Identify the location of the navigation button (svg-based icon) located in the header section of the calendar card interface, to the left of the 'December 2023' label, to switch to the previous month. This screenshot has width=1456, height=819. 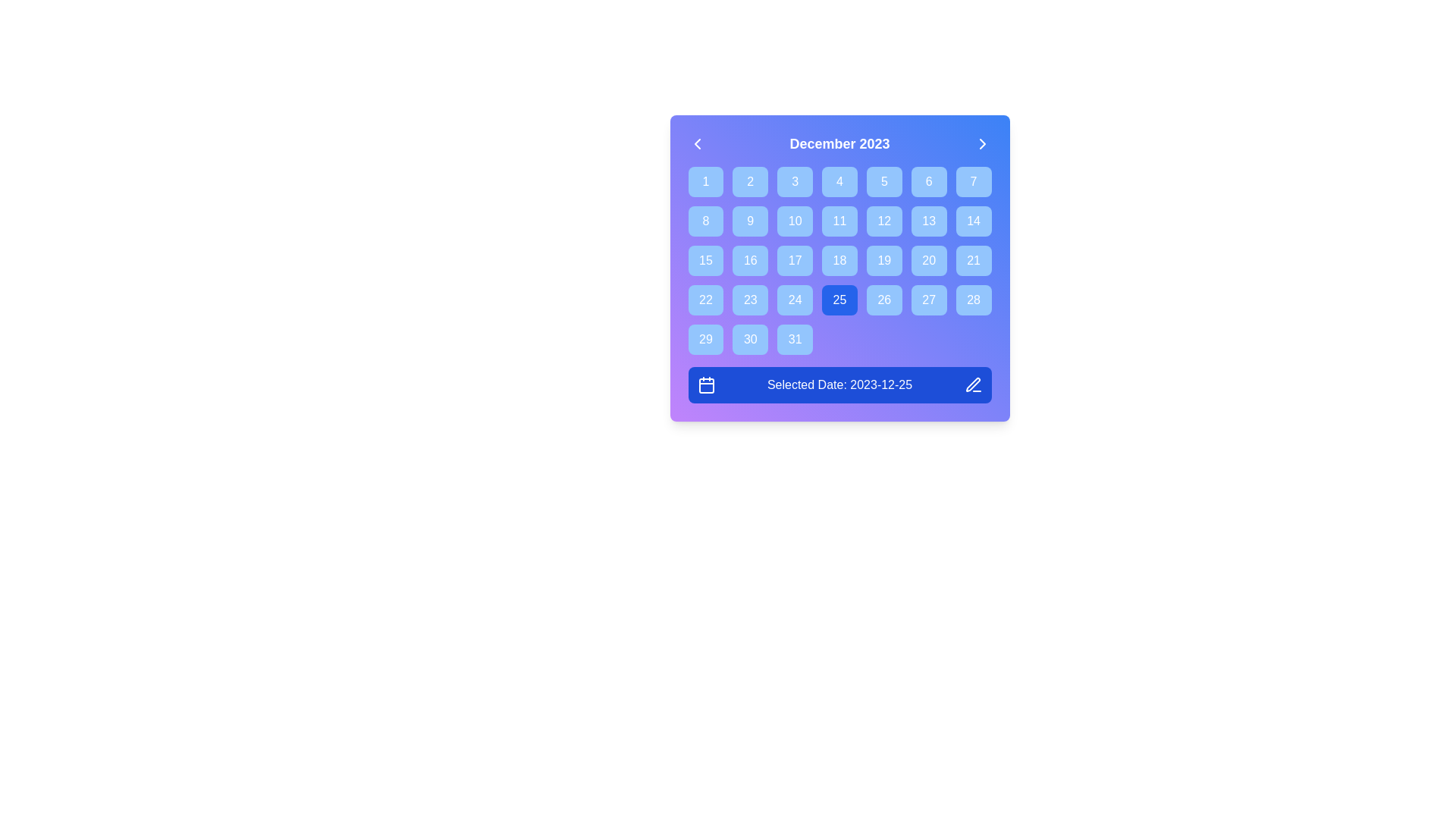
(696, 143).